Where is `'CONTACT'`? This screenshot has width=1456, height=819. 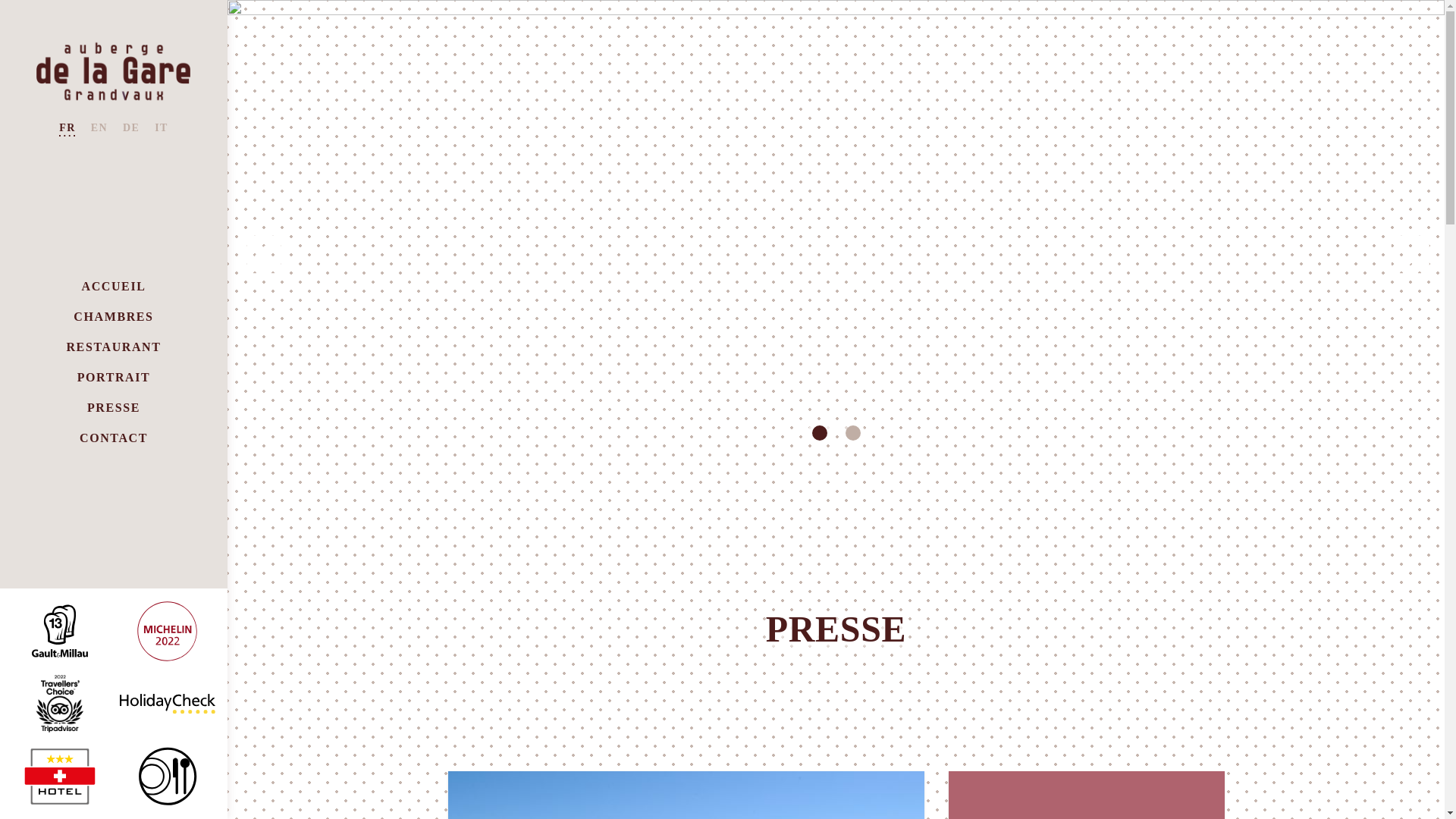 'CONTACT' is located at coordinates (79, 438).